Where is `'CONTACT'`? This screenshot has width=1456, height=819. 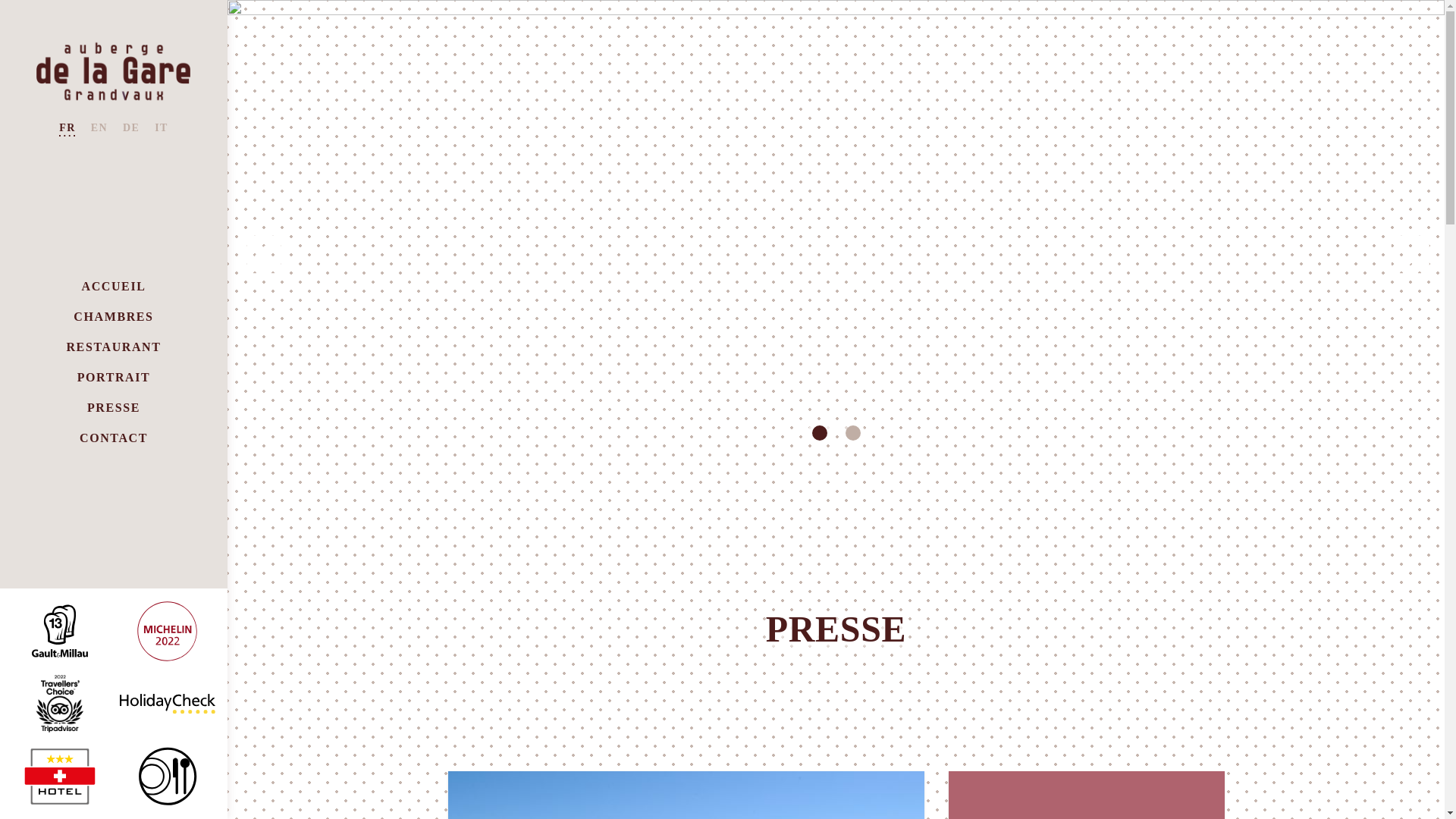 'CONTACT' is located at coordinates (79, 438).